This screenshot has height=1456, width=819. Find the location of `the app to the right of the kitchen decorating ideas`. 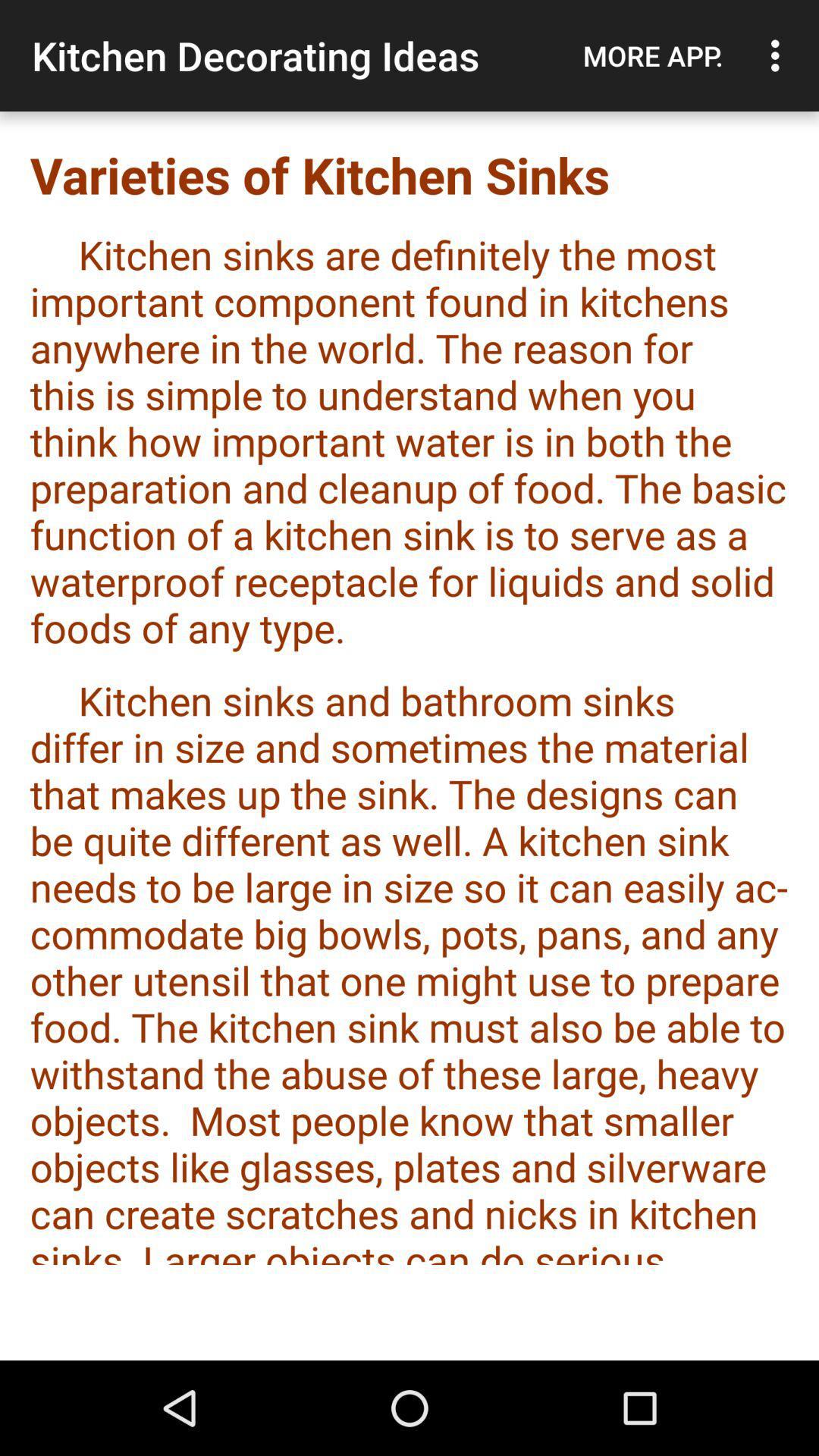

the app to the right of the kitchen decorating ideas is located at coordinates (652, 55).